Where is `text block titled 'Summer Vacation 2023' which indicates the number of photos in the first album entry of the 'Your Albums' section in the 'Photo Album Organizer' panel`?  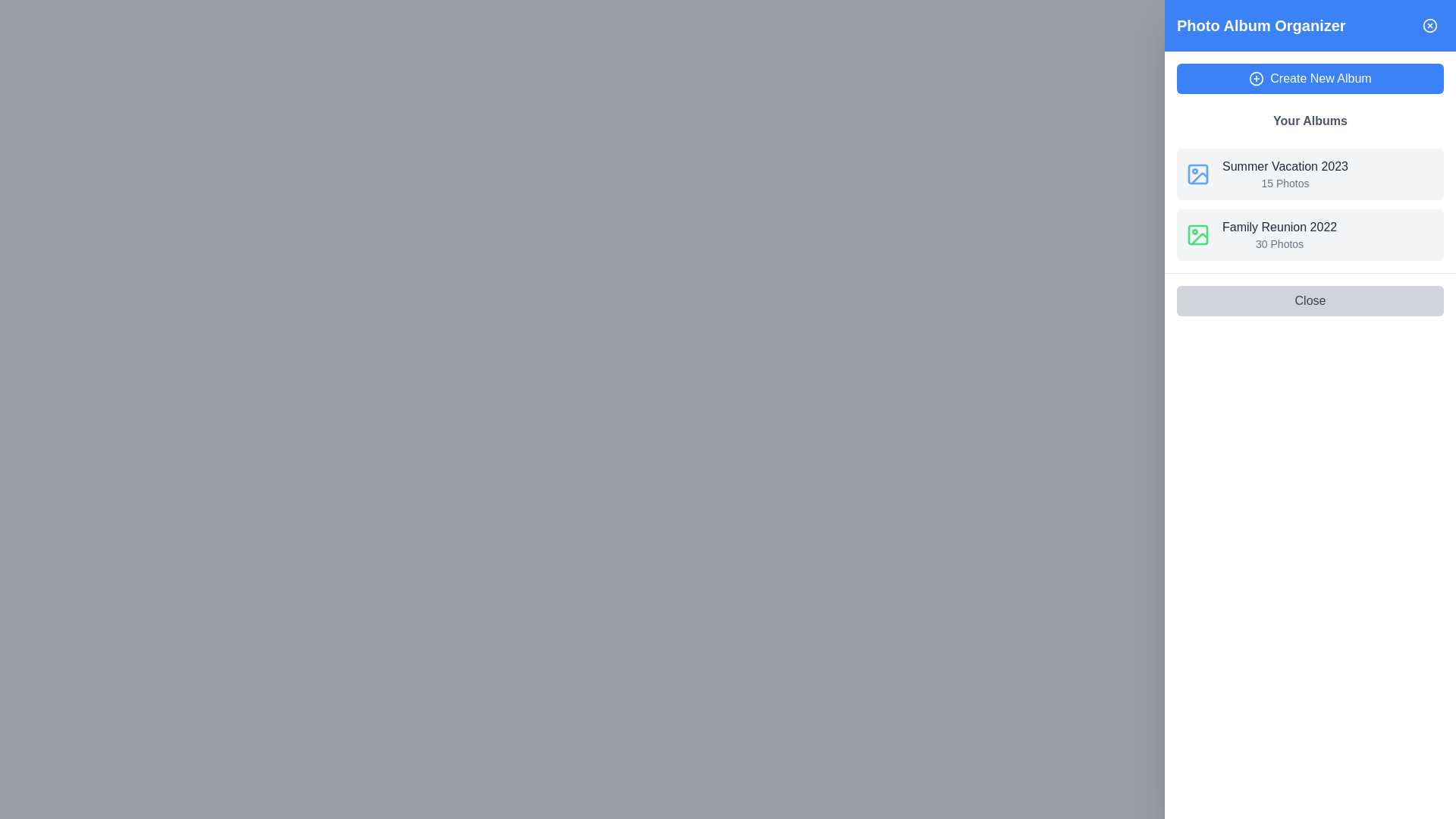 text block titled 'Summer Vacation 2023' which indicates the number of photos in the first album entry of the 'Your Albums' section in the 'Photo Album Organizer' panel is located at coordinates (1284, 174).